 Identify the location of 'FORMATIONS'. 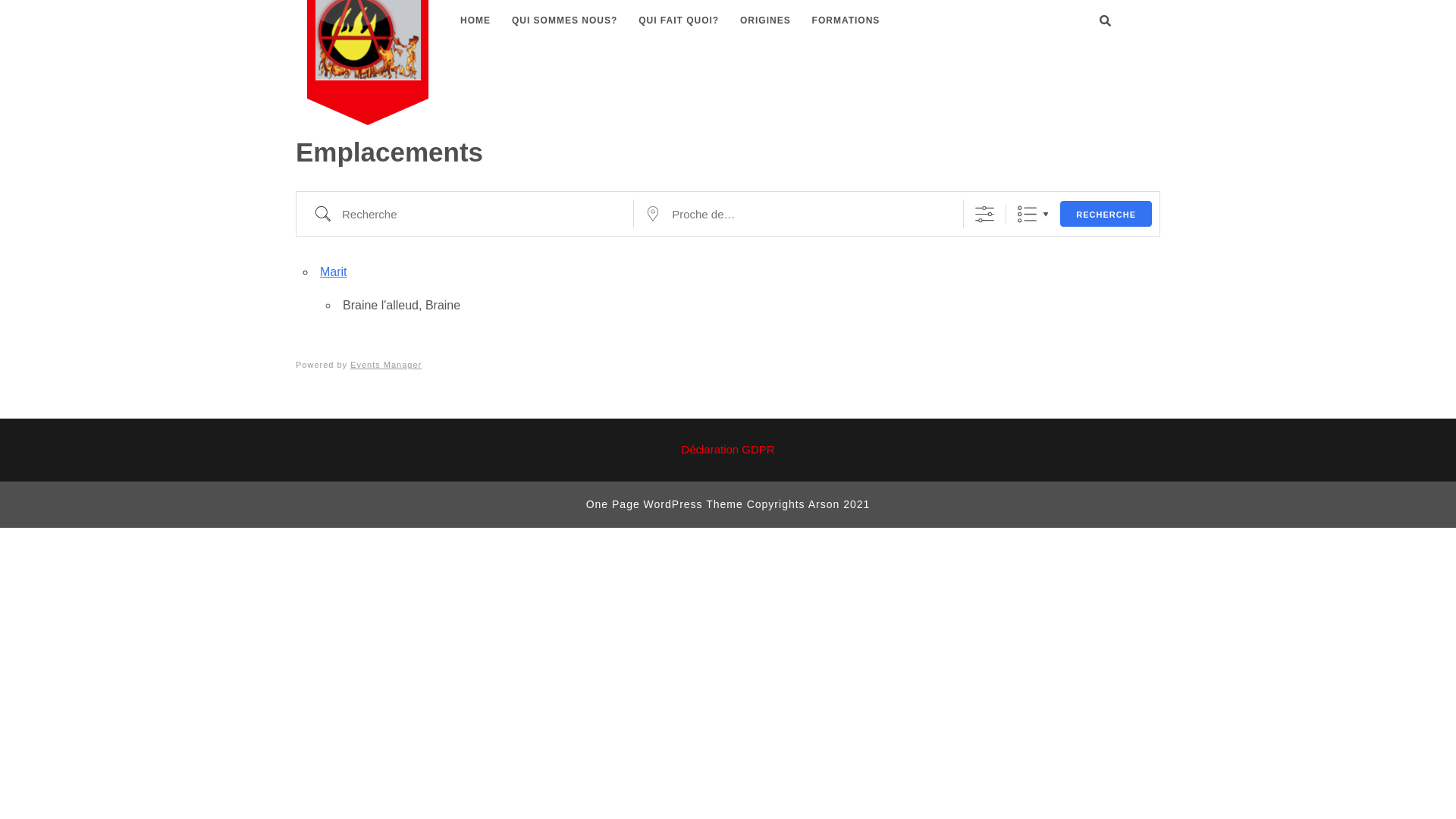
(802, 20).